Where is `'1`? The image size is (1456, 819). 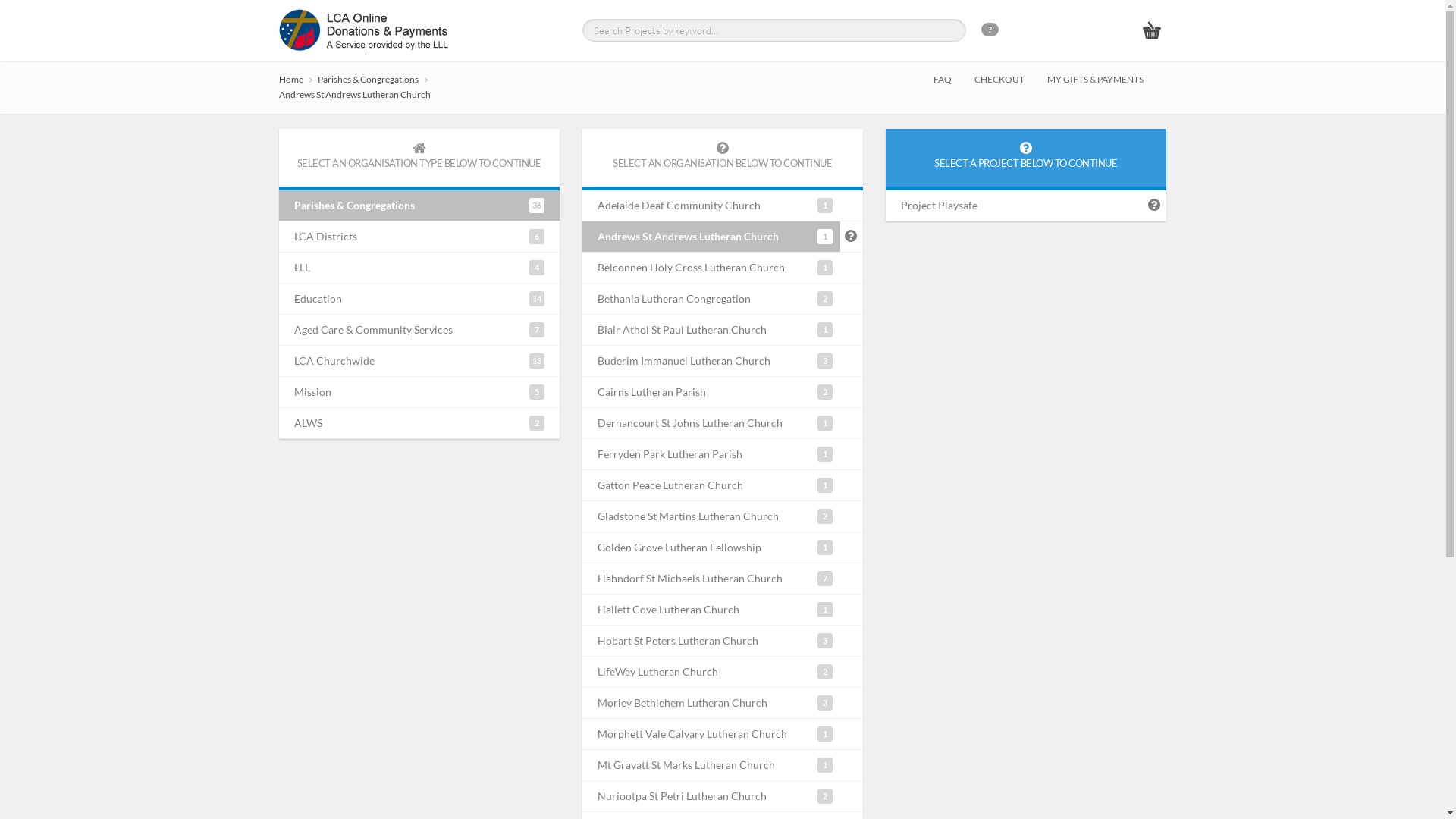 '1 is located at coordinates (710, 485).